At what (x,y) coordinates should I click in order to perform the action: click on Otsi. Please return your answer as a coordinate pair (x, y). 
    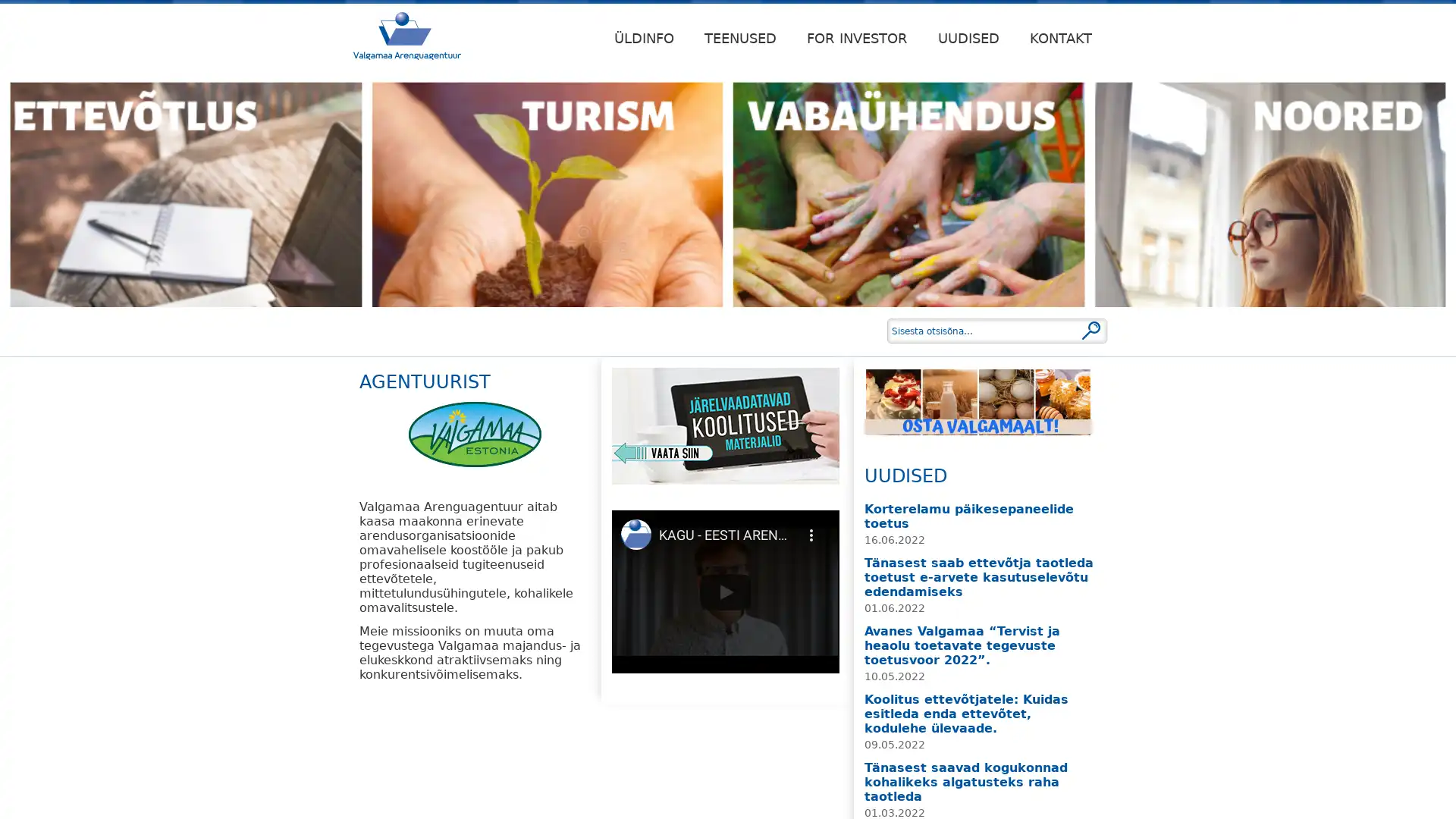
    Looking at the image, I should click on (1090, 329).